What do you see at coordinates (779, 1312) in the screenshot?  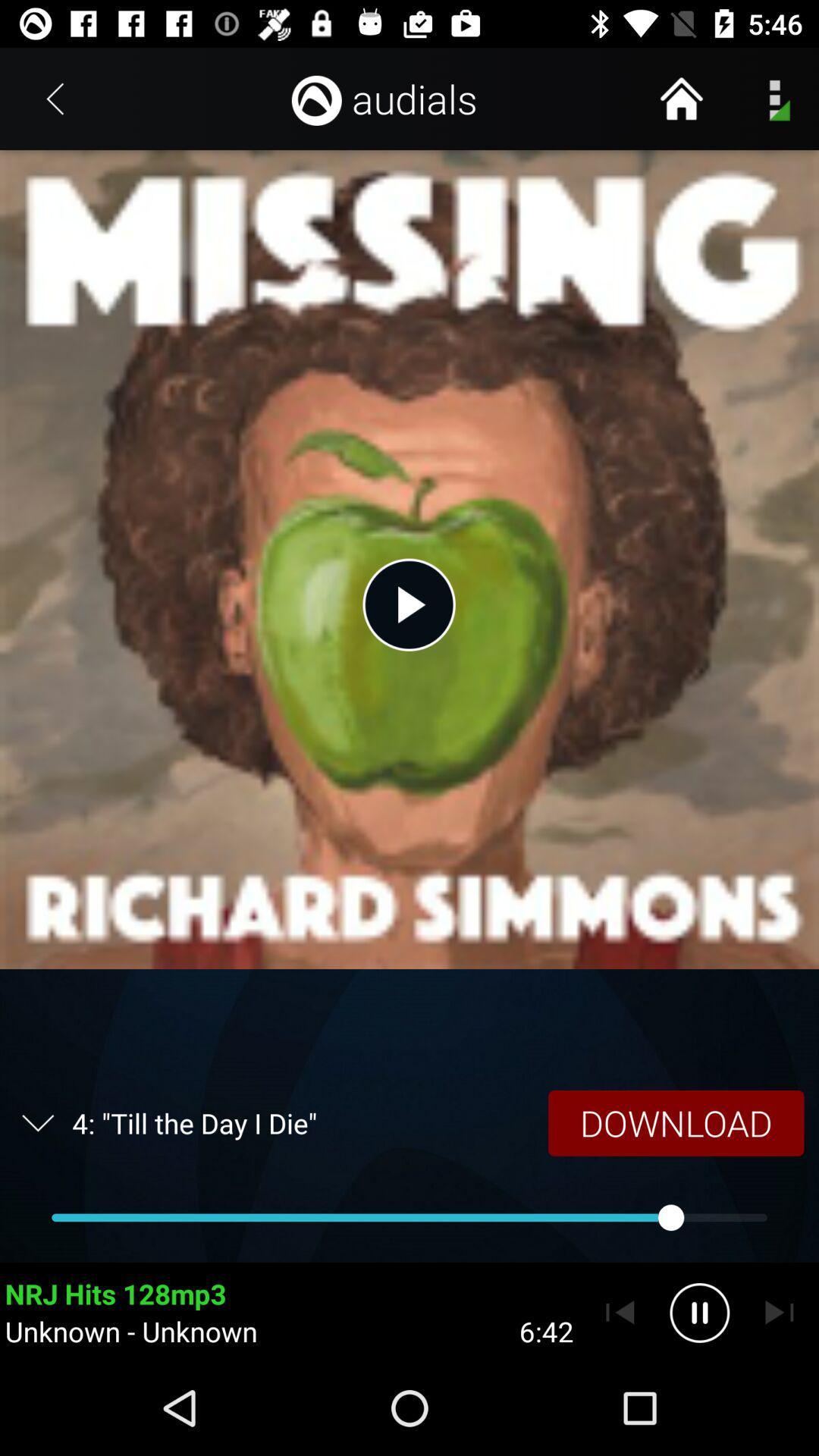 I see `the skip_next icon` at bounding box center [779, 1312].